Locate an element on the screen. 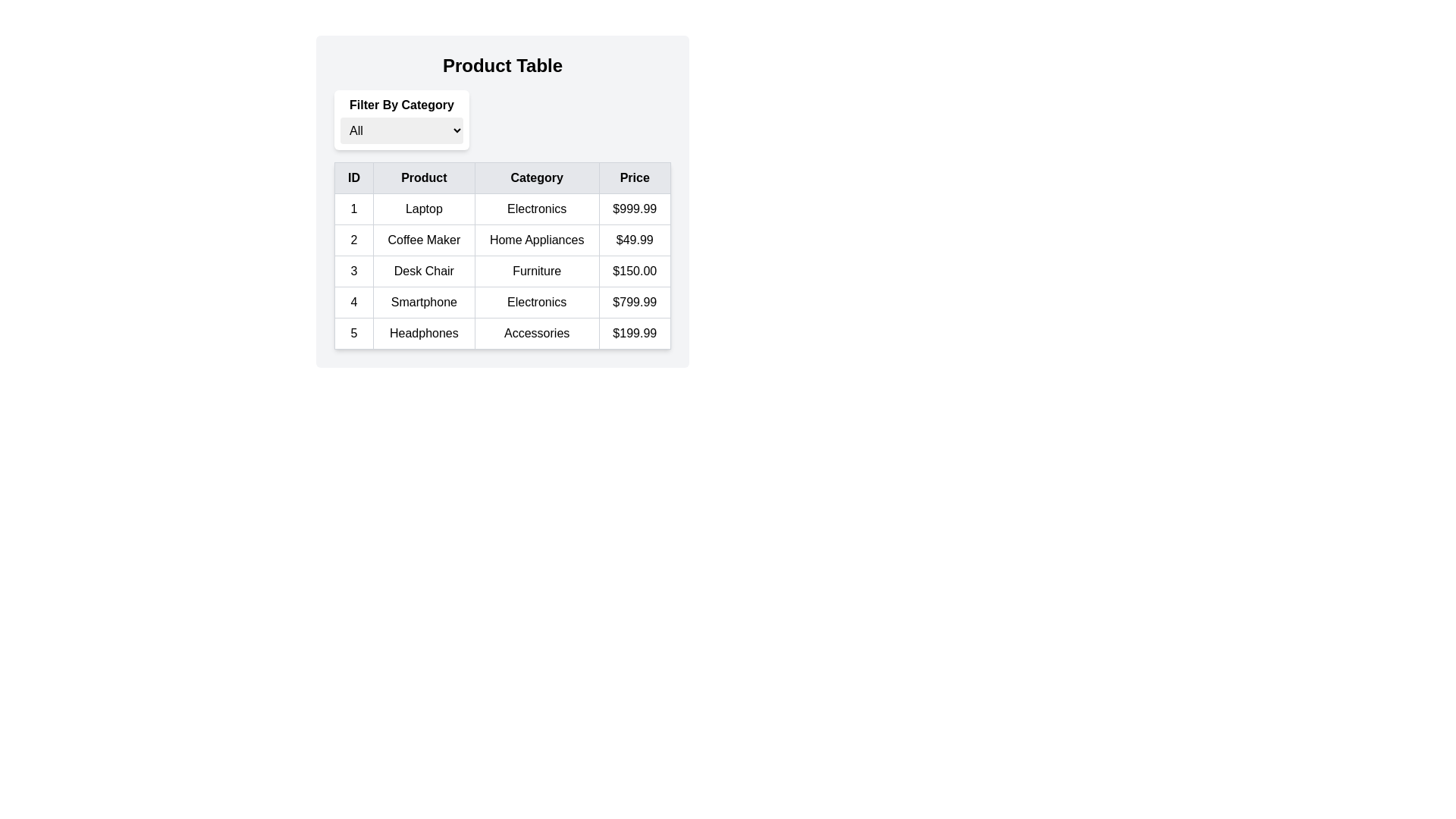  the text display field labeled 'Headphones' in the second column of the fifth row in the table is located at coordinates (424, 332).